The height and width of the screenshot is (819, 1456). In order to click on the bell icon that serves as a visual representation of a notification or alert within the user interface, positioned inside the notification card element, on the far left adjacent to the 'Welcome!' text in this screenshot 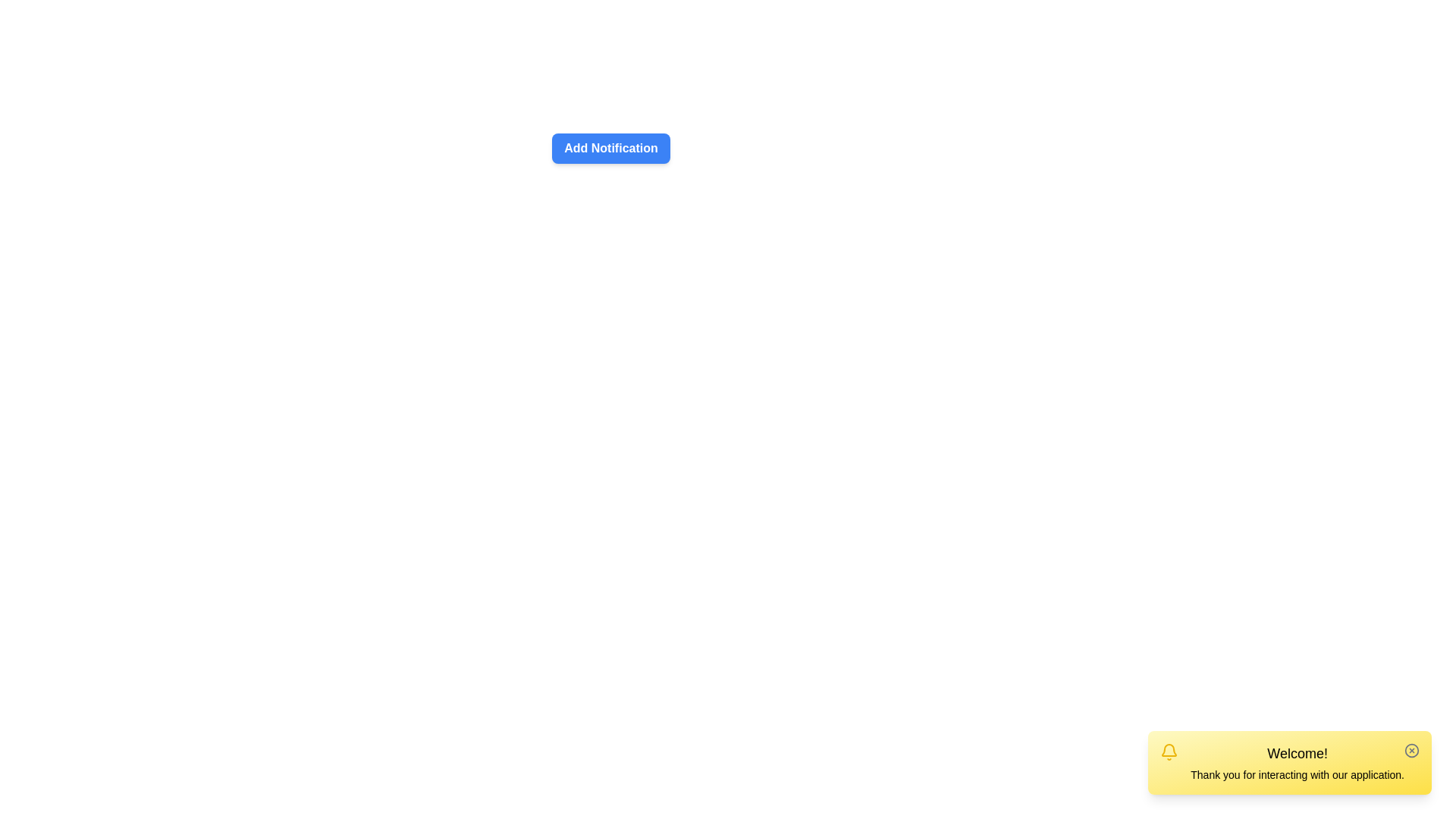, I will do `click(1169, 752)`.